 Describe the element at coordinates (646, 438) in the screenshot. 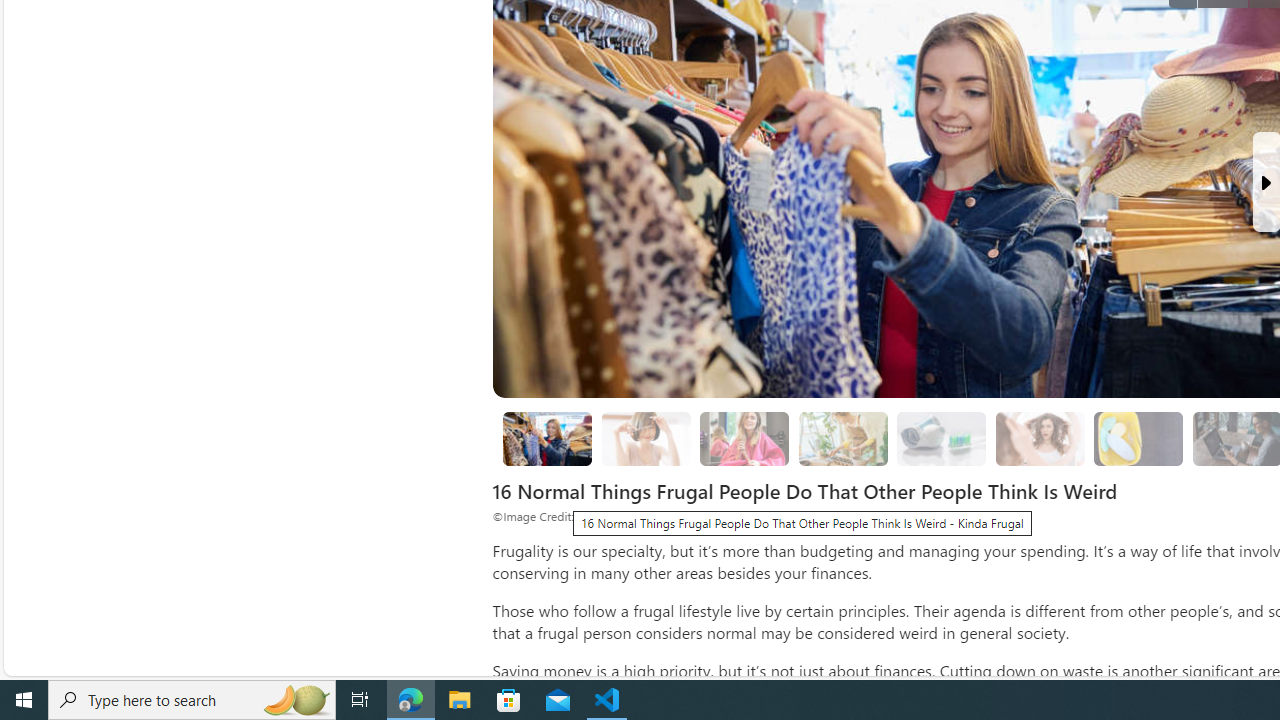

I see `'1. Cutting Hair'` at that location.